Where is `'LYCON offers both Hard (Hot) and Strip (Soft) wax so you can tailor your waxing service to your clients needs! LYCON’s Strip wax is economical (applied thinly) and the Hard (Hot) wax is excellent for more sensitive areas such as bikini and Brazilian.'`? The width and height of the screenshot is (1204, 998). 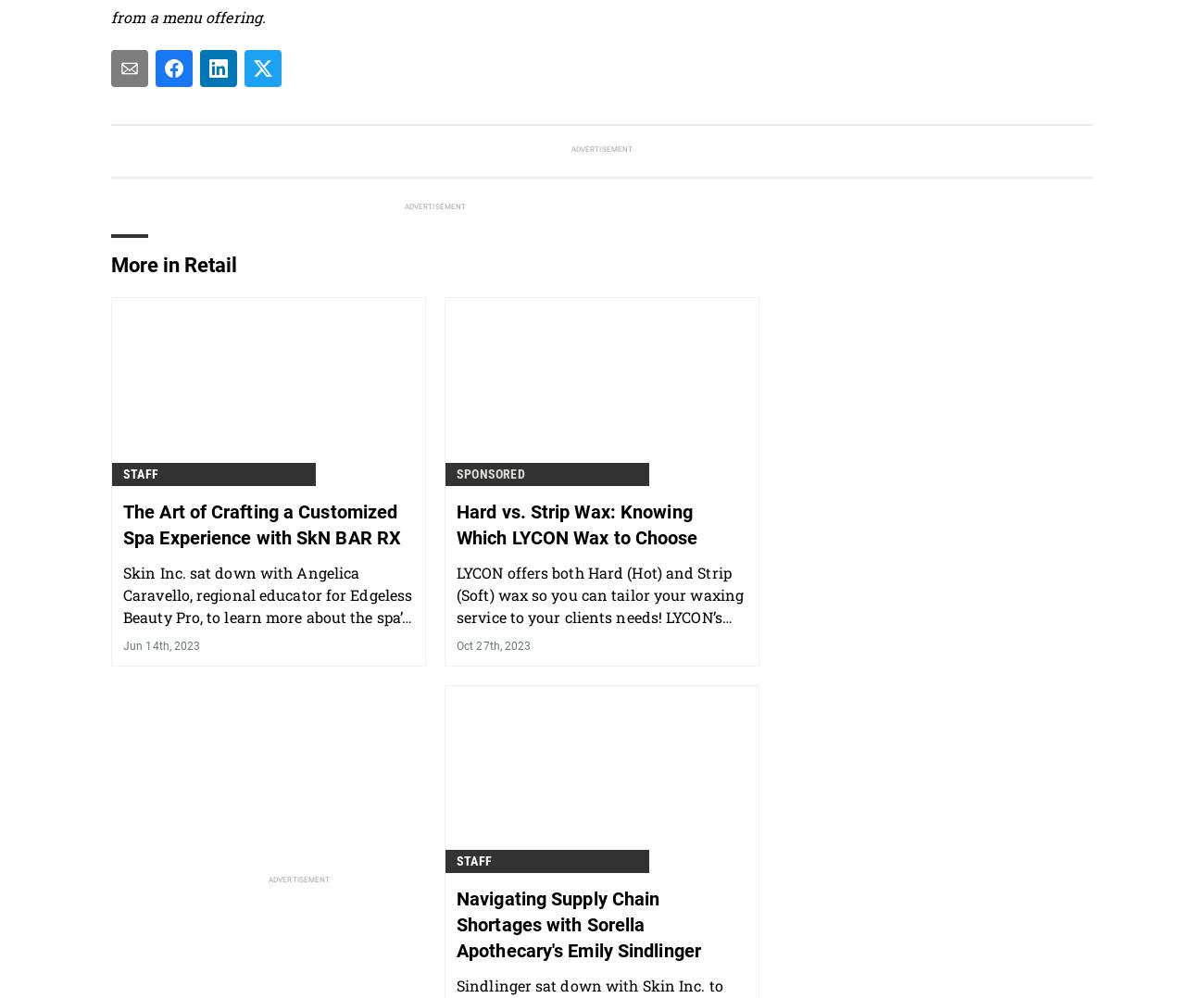 'LYCON offers both Hard (Hot) and Strip (Soft) wax so you can tailor your waxing service to your clients needs! LYCON’s Strip wax is economical (applied thinly) and the Hard (Hot) wax is excellent for more sensitive areas such as bikini and Brazilian.' is located at coordinates (600, 638).